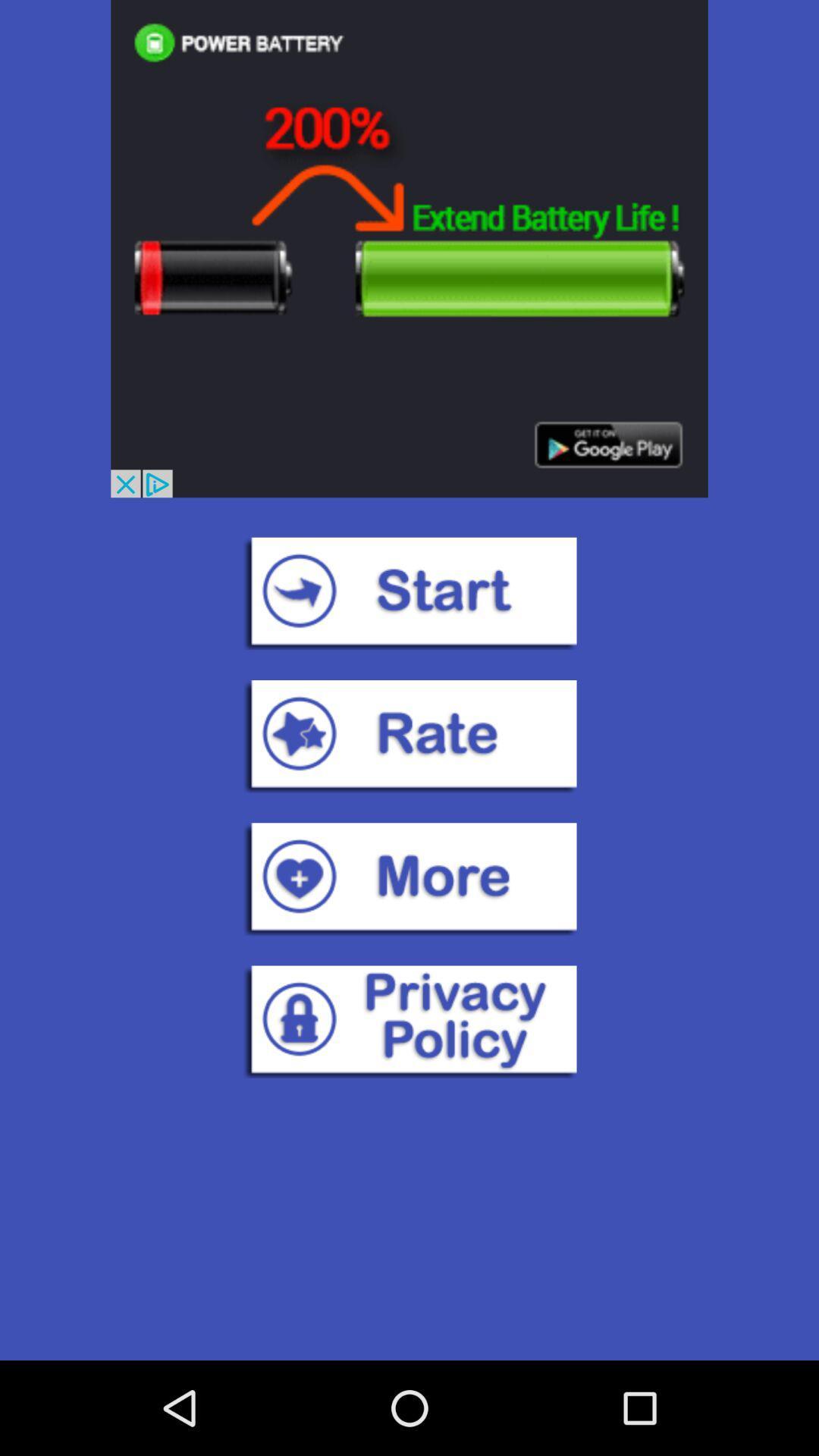  I want to click on more, so click(409, 879).